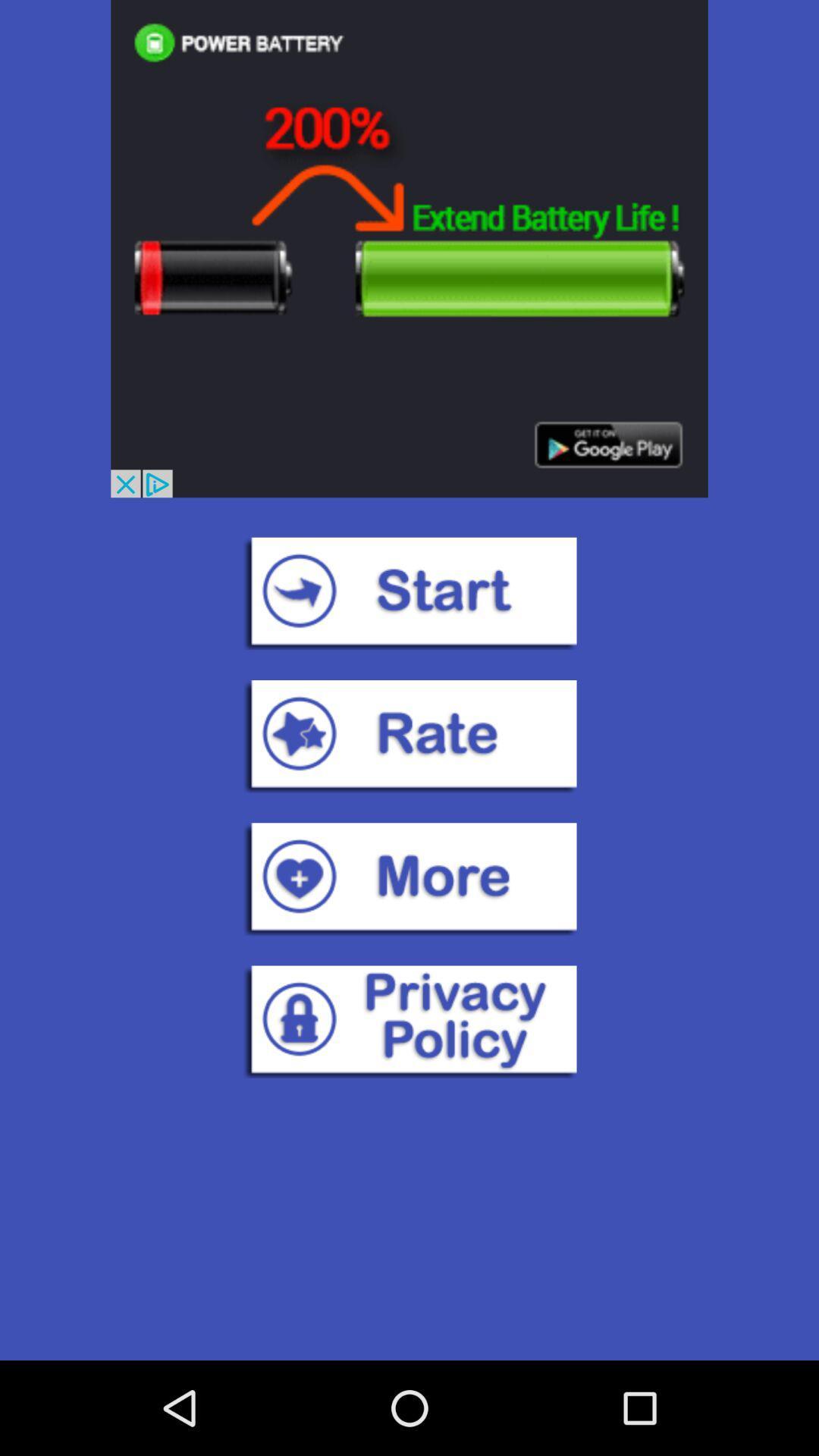  I want to click on more, so click(409, 879).